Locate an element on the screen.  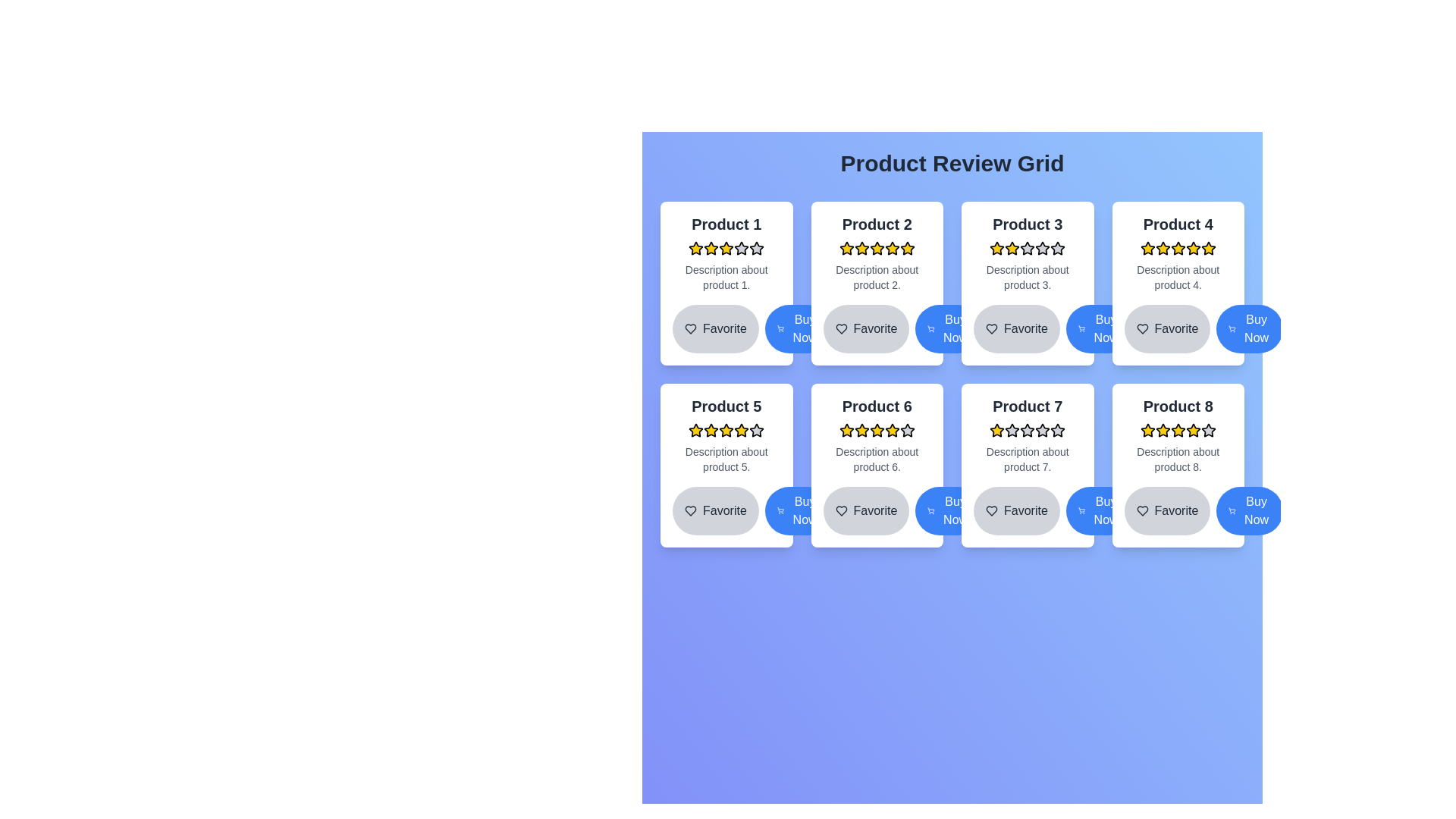
the heart icon within the 'Favorite' button located in the top-right corner of the 'Product 4' card is located at coordinates (1142, 328).